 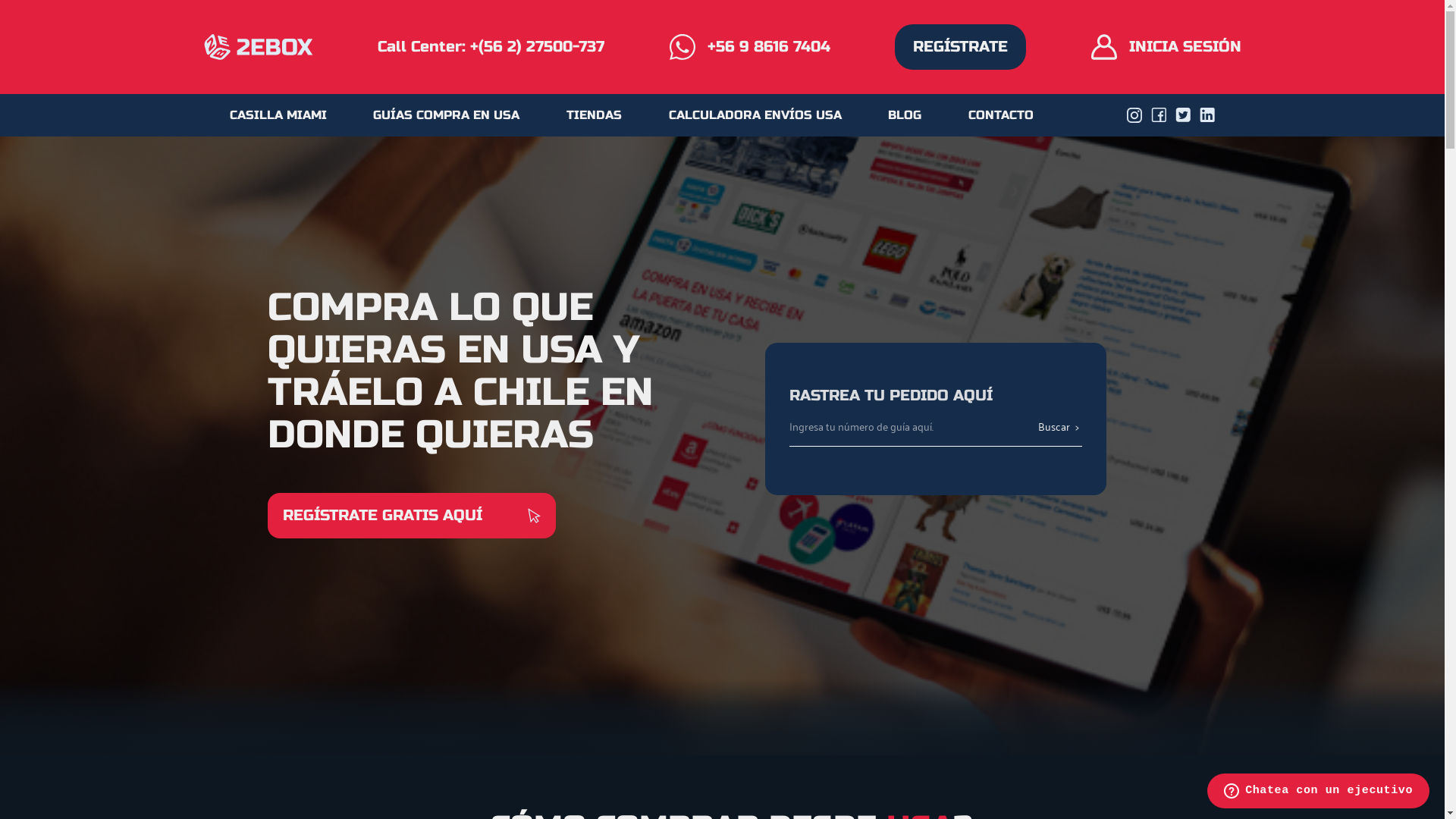 What do you see at coordinates (905, 114) in the screenshot?
I see `'BLOG'` at bounding box center [905, 114].